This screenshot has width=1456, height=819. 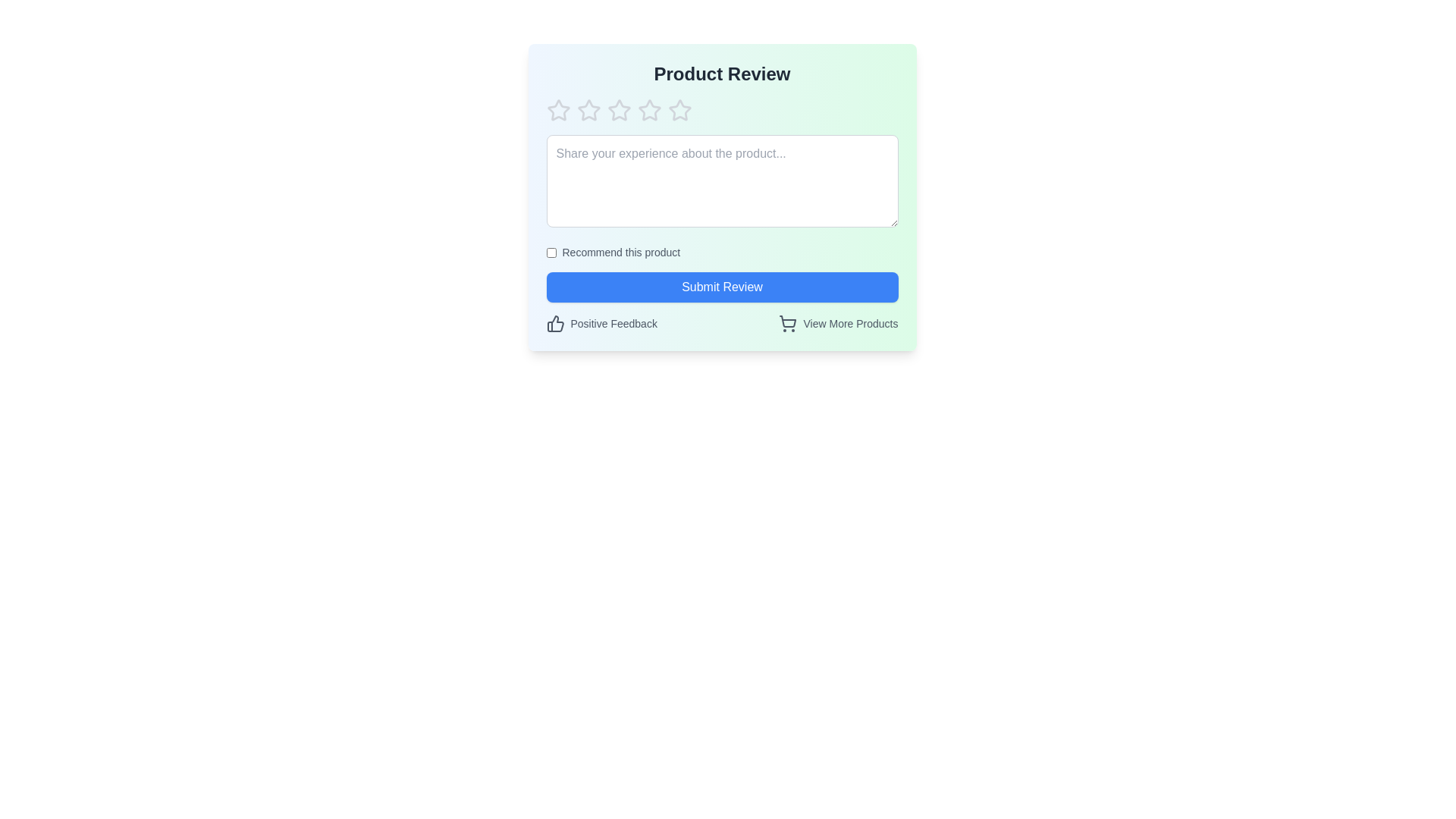 What do you see at coordinates (649, 110) in the screenshot?
I see `the product rating to 4 stars by clicking on the respective star` at bounding box center [649, 110].